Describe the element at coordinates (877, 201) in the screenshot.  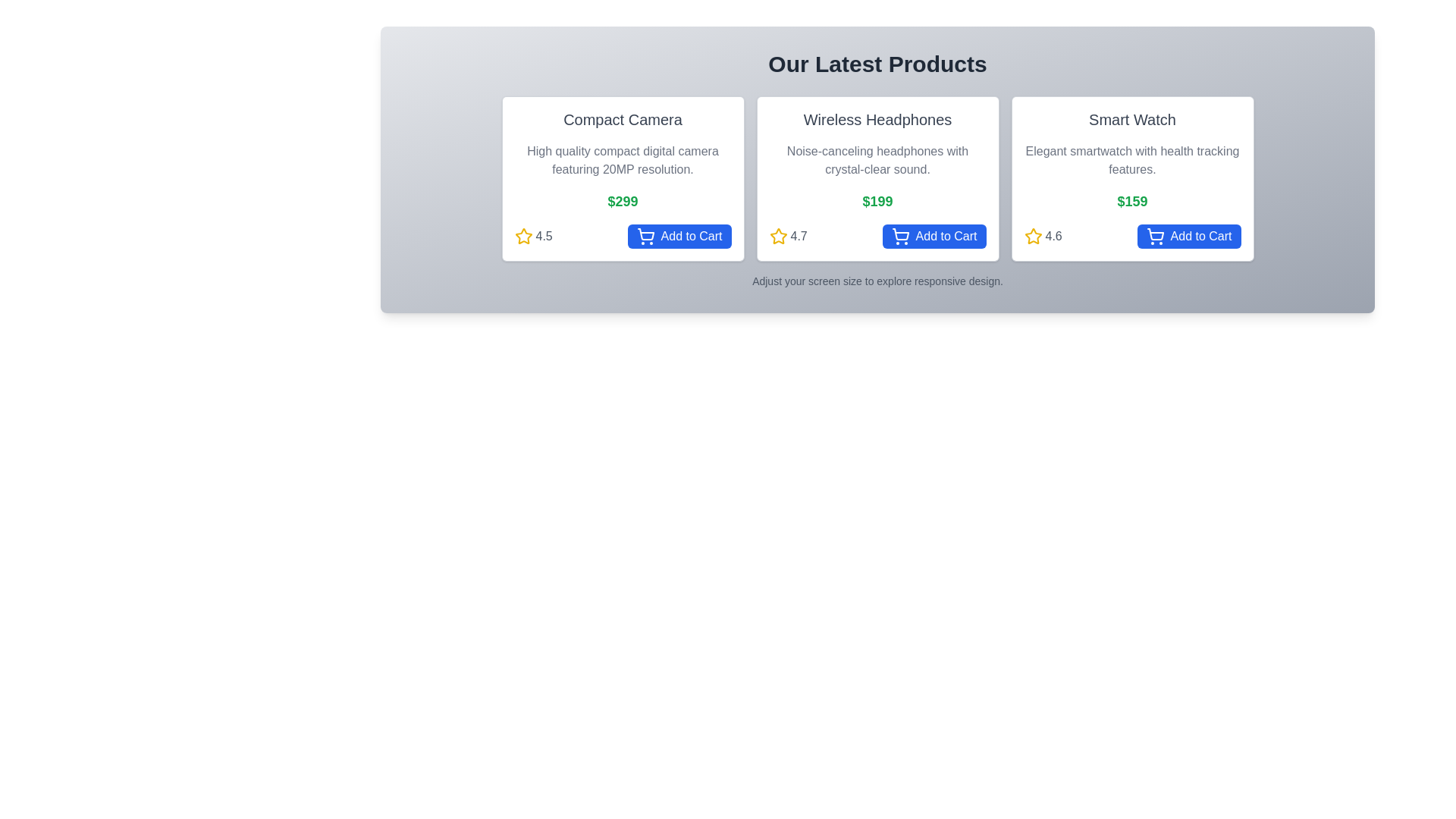
I see `text content of the price label displaying '$199' in a large, green, bold font located within the product card for 'Wireless Headphones'` at that location.